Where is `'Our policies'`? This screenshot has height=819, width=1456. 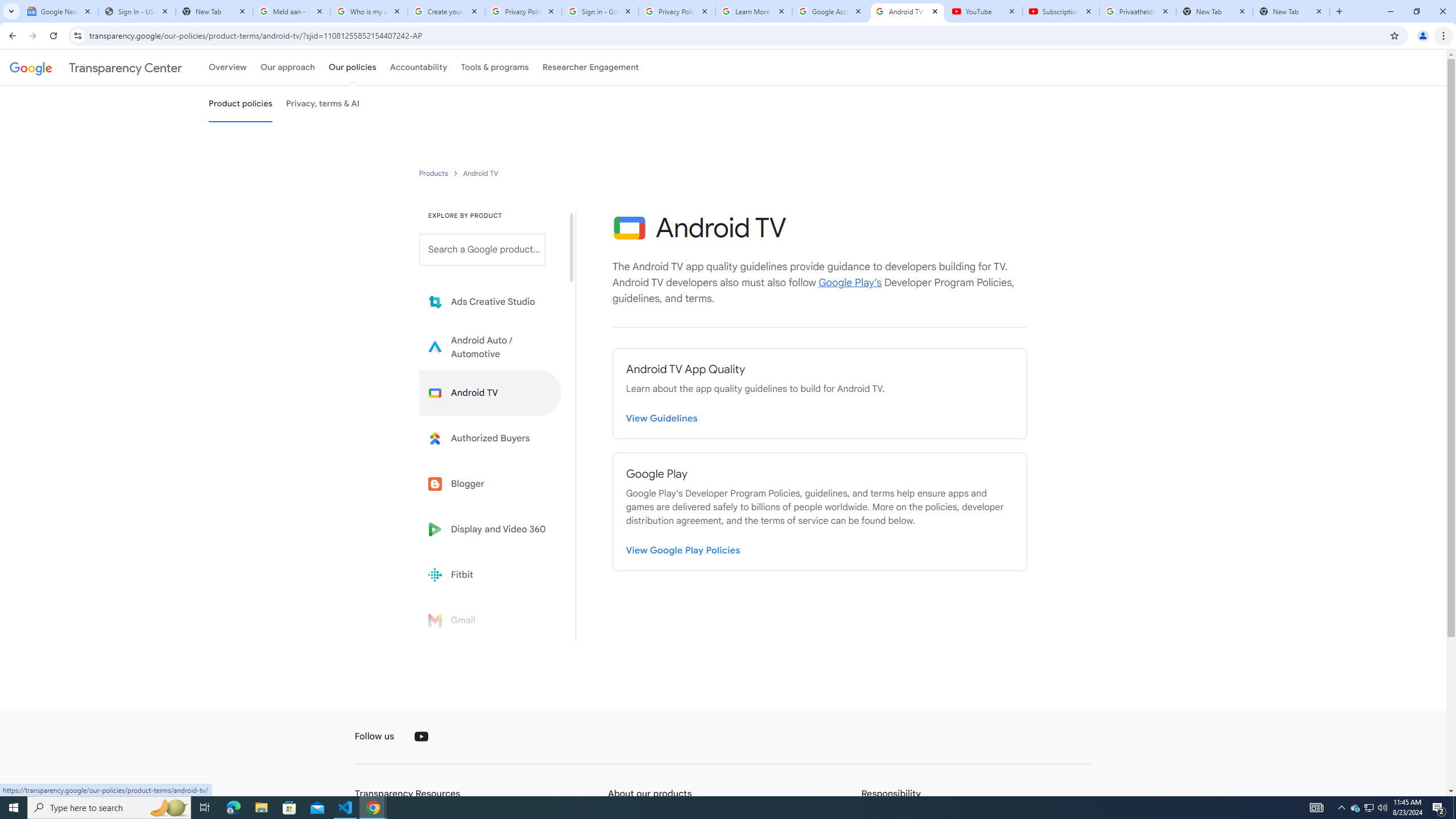 'Our policies' is located at coordinates (352, 67).